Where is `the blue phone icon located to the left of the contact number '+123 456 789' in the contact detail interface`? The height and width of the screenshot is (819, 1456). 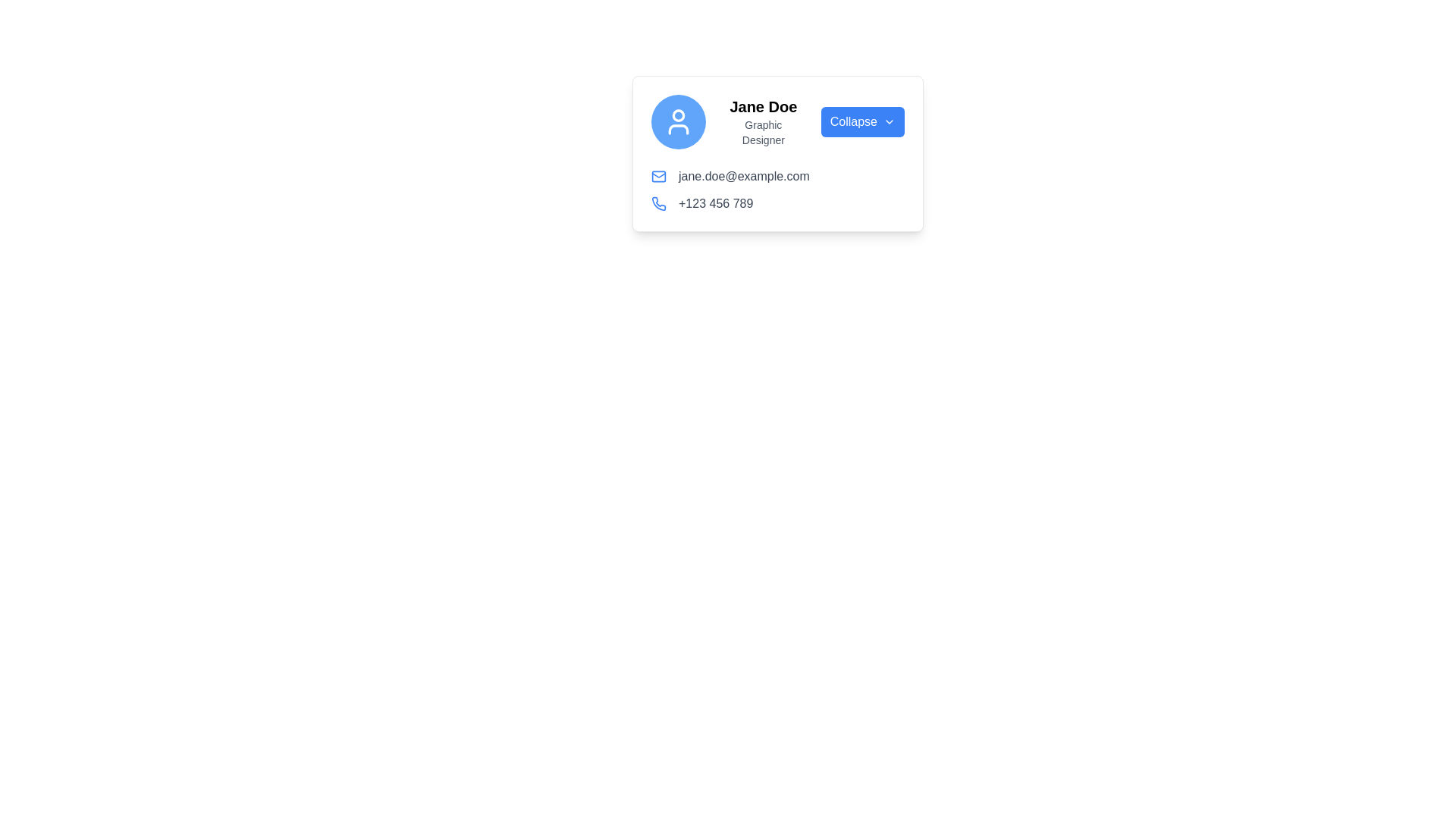 the blue phone icon located to the left of the contact number '+123 456 789' in the contact detail interface is located at coordinates (658, 202).